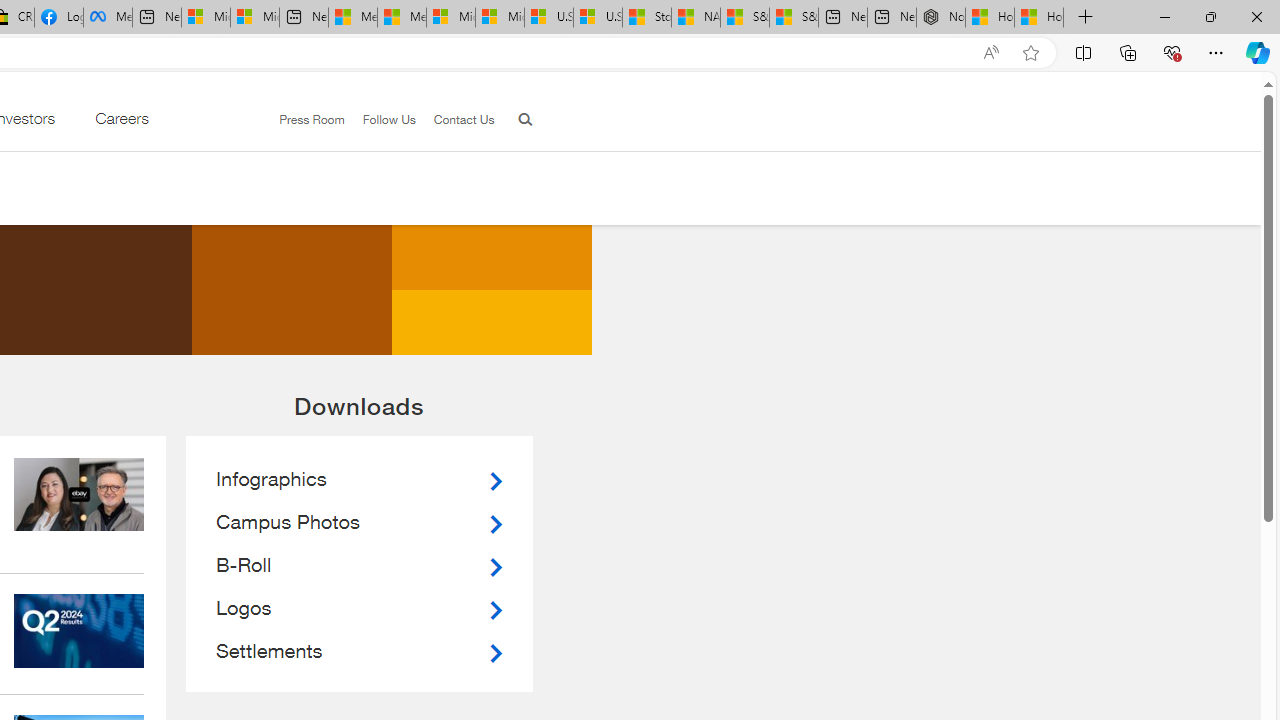  What do you see at coordinates (120, 123) in the screenshot?
I see `'Careers'` at bounding box center [120, 123].